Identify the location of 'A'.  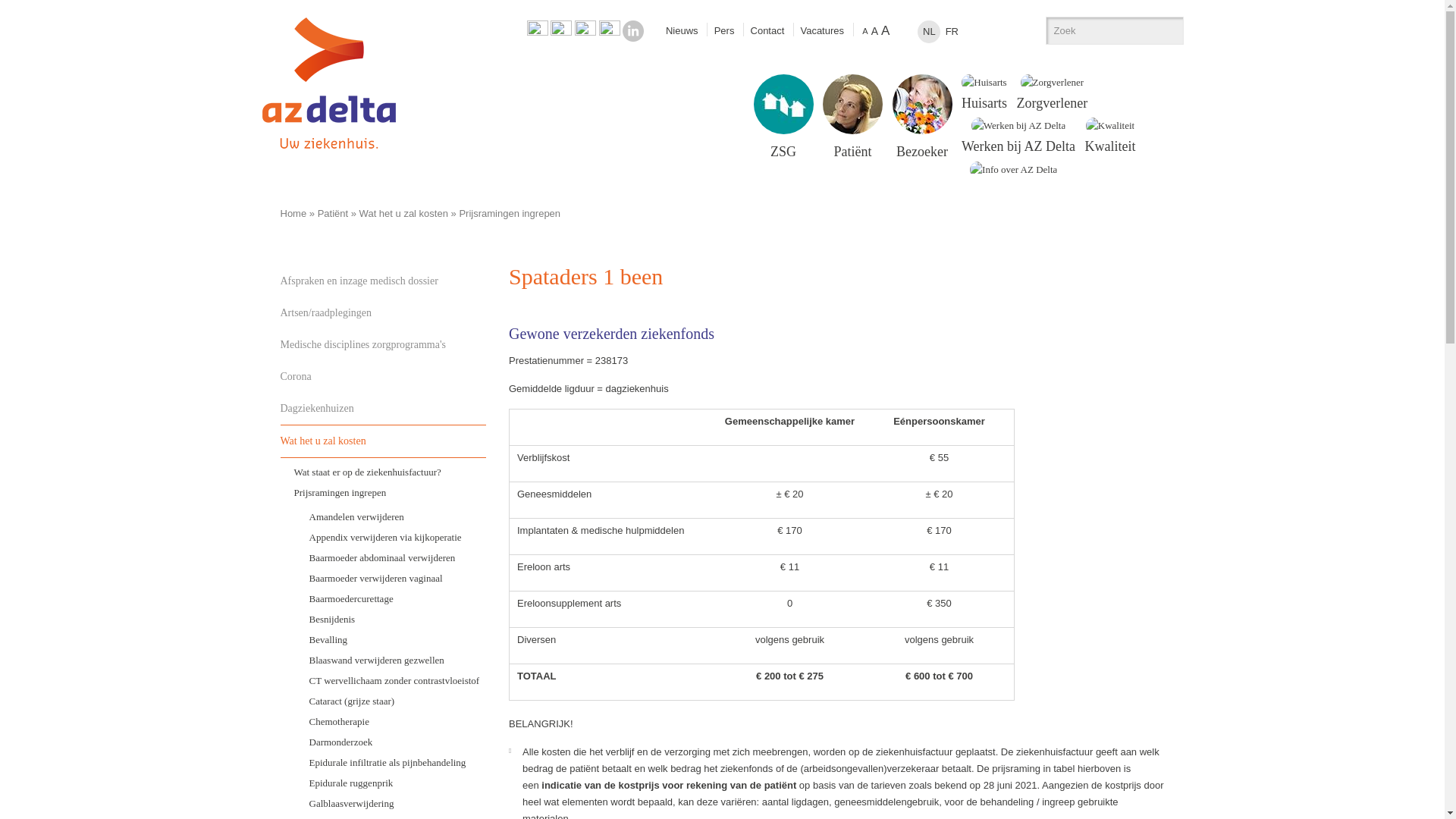
(885, 30).